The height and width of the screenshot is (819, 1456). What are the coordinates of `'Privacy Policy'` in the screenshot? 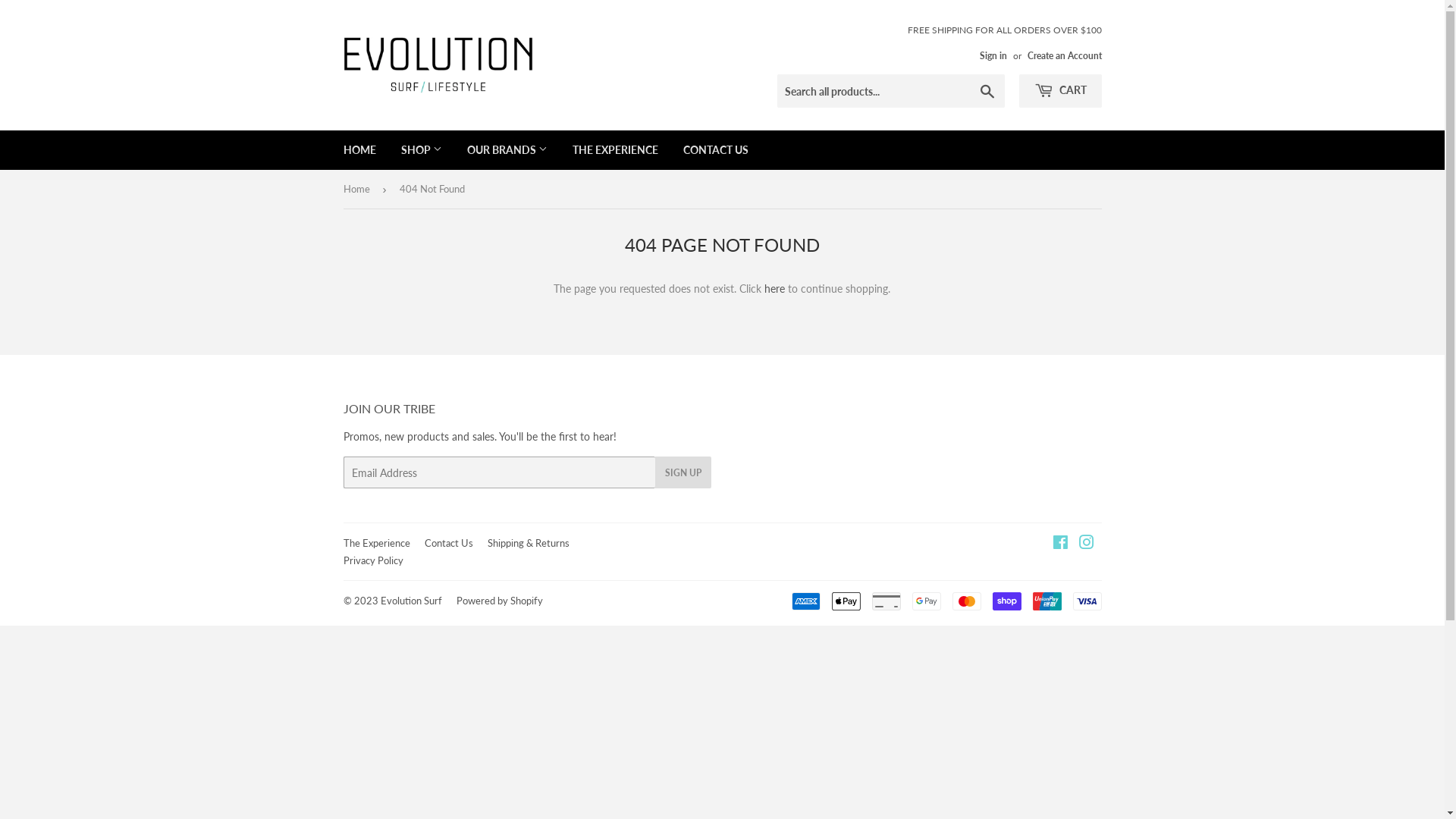 It's located at (341, 560).